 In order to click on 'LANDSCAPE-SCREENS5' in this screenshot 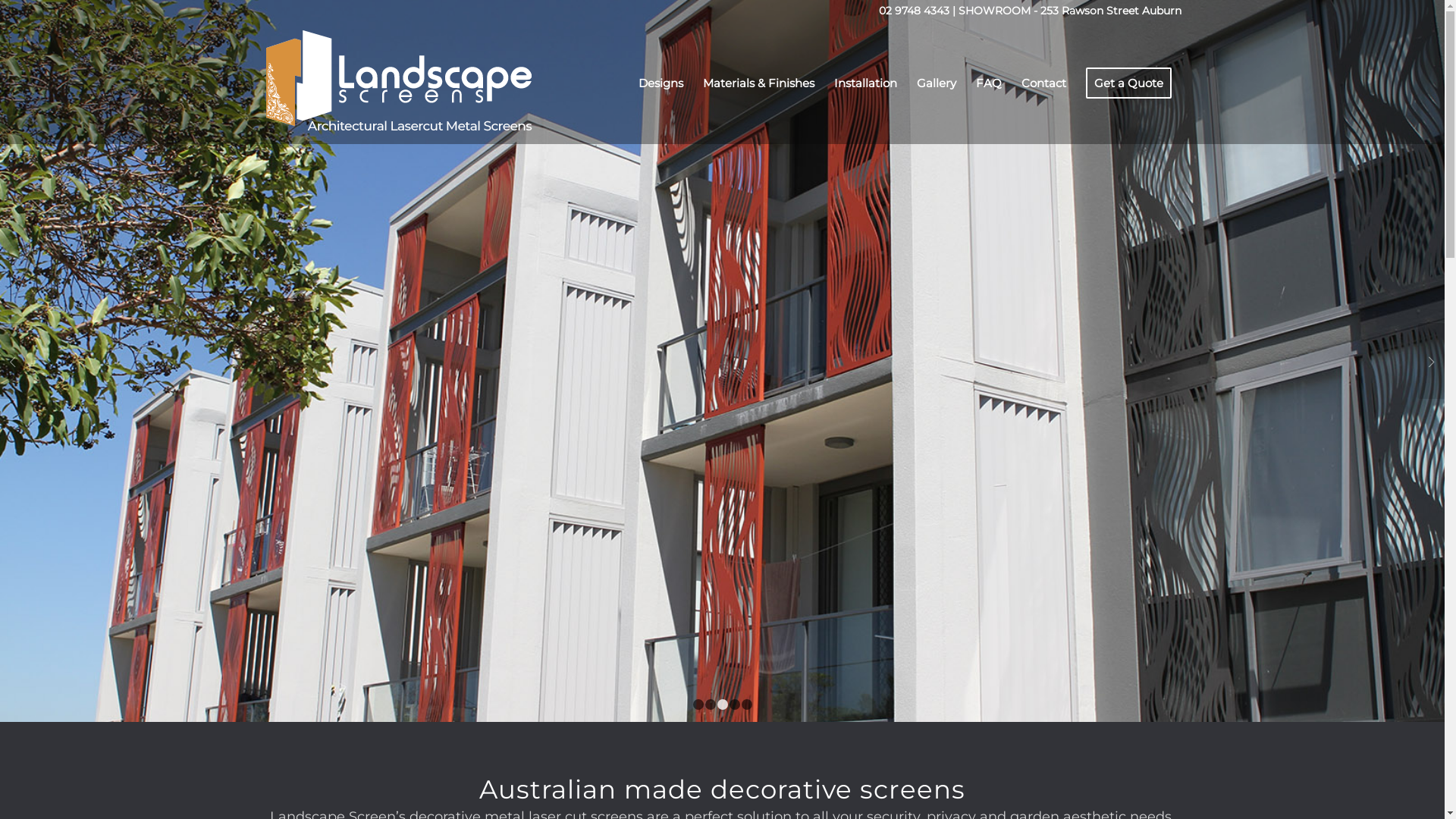, I will do `click(721, 361)`.